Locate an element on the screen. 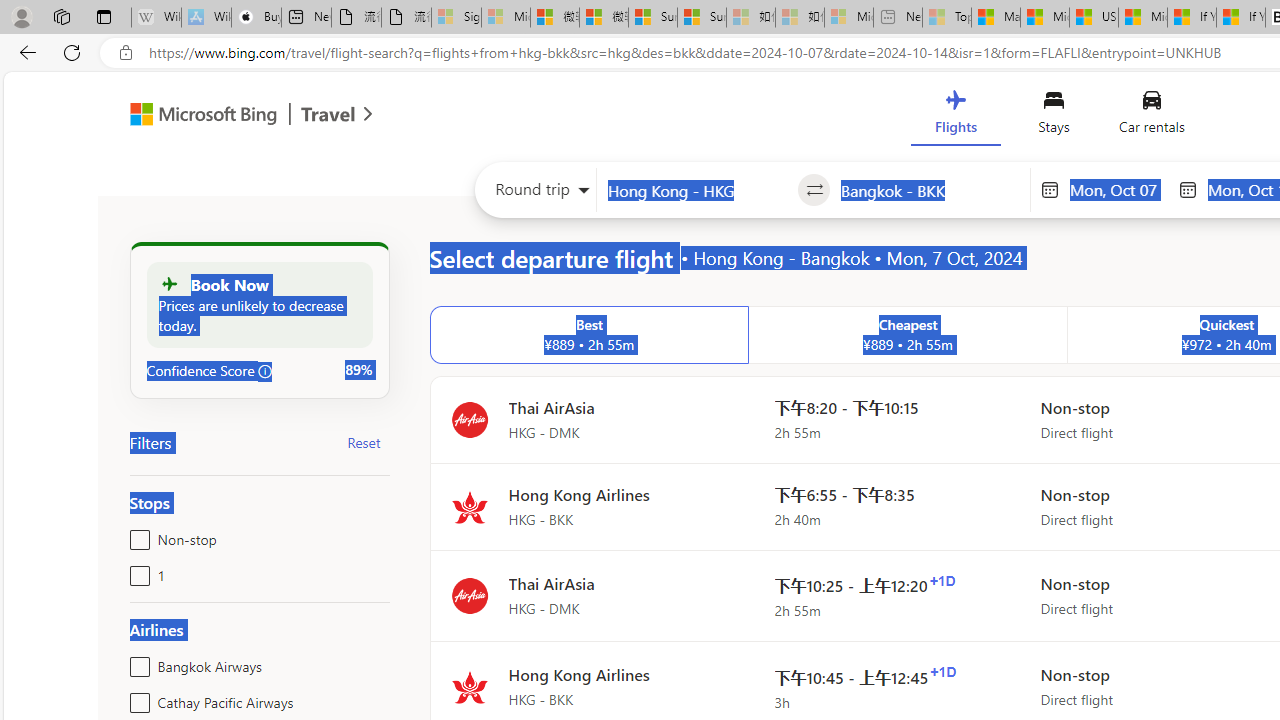  'Reset' is located at coordinates (364, 441).